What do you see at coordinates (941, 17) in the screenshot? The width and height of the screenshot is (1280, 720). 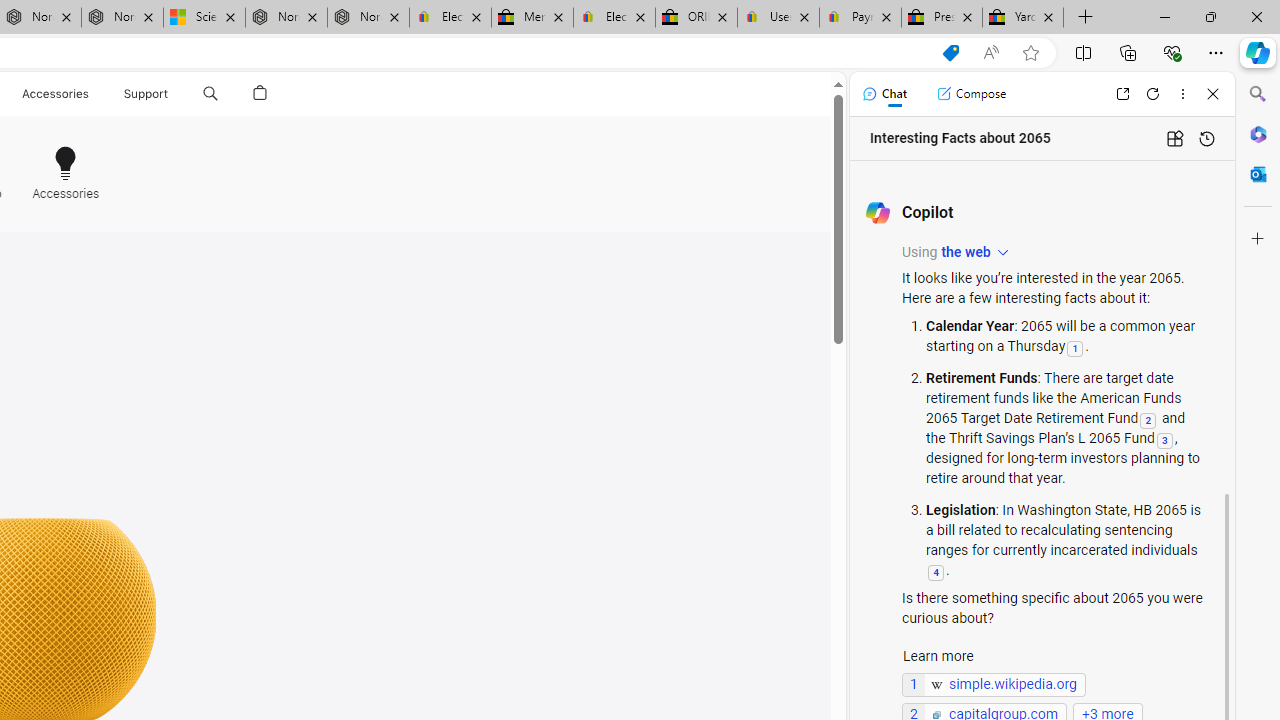 I see `'Press Room - eBay Inc.'` at bounding box center [941, 17].